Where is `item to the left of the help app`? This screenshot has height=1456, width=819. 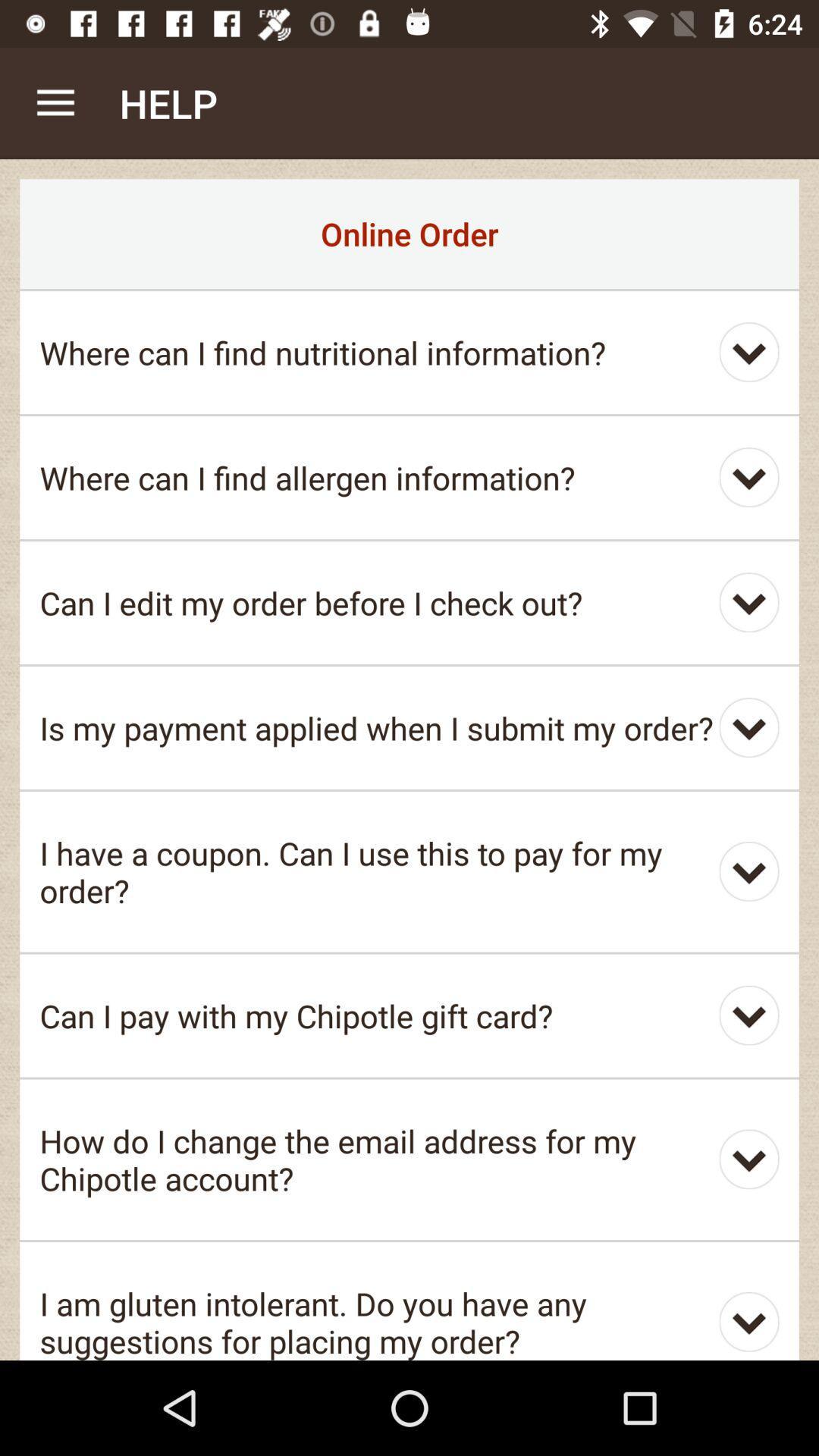 item to the left of the help app is located at coordinates (55, 102).